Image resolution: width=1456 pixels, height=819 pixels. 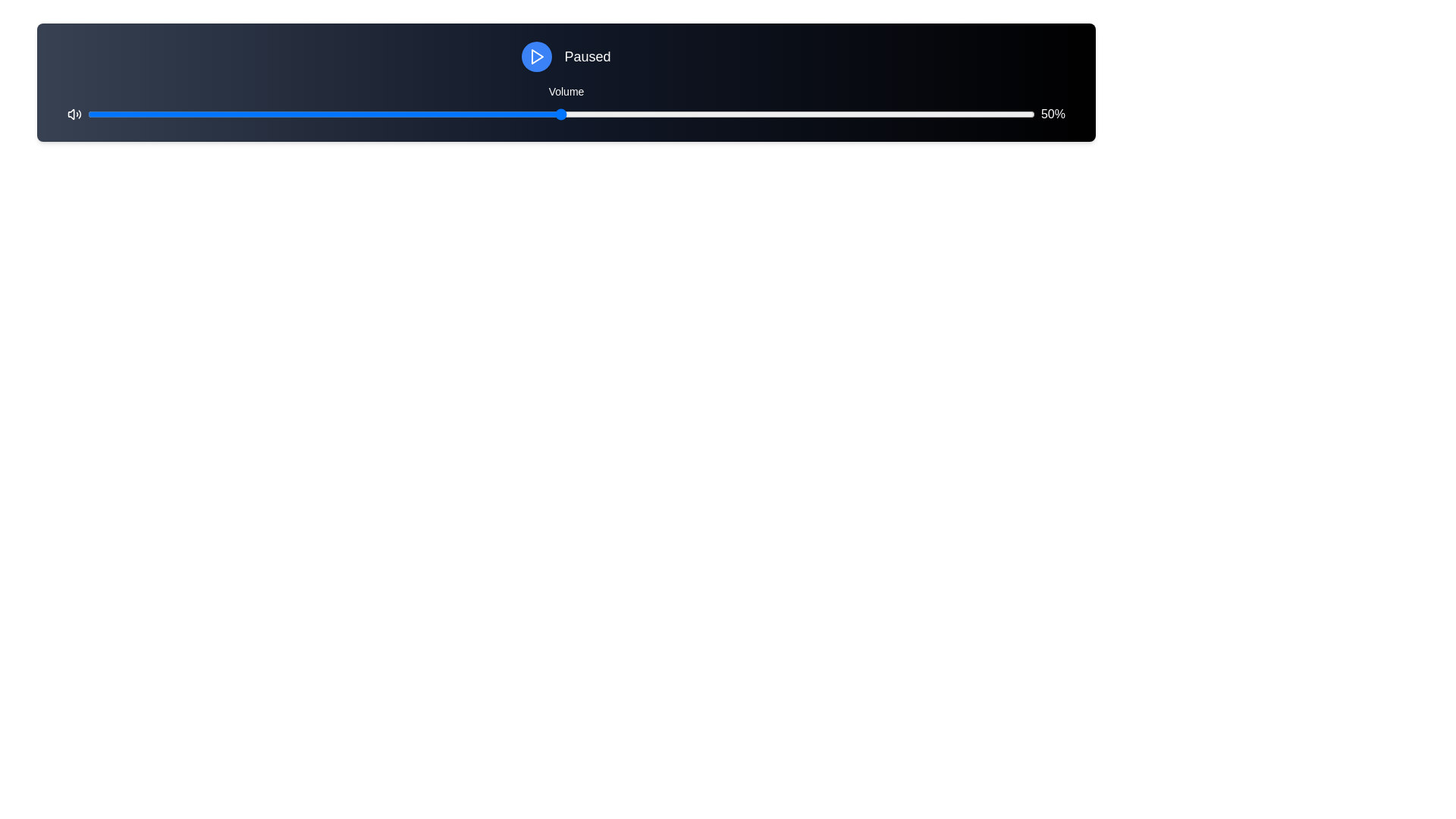 I want to click on the volume, so click(x=333, y=113).